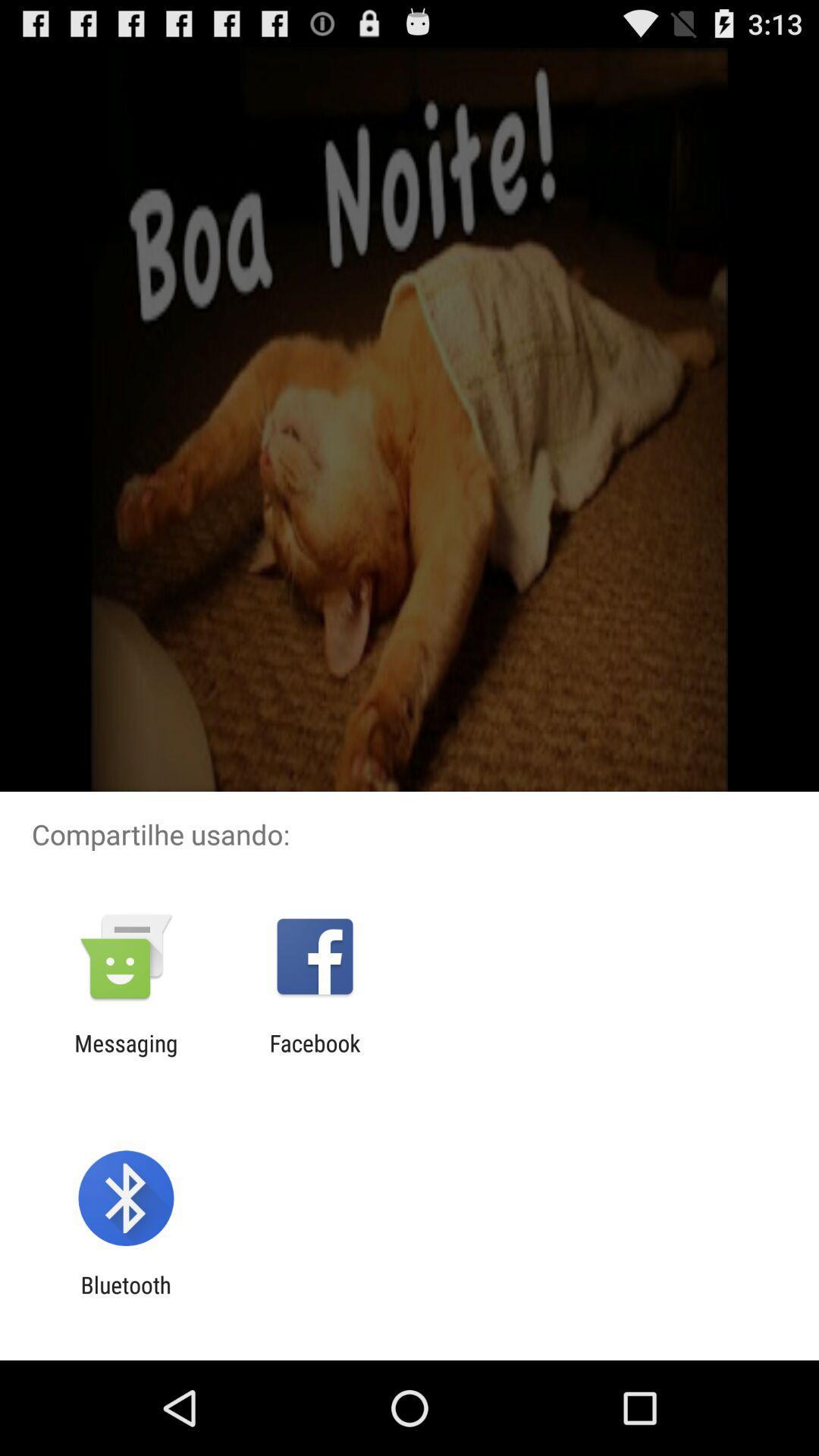 The height and width of the screenshot is (1456, 819). What do you see at coordinates (314, 1056) in the screenshot?
I see `app next to the messaging item` at bounding box center [314, 1056].